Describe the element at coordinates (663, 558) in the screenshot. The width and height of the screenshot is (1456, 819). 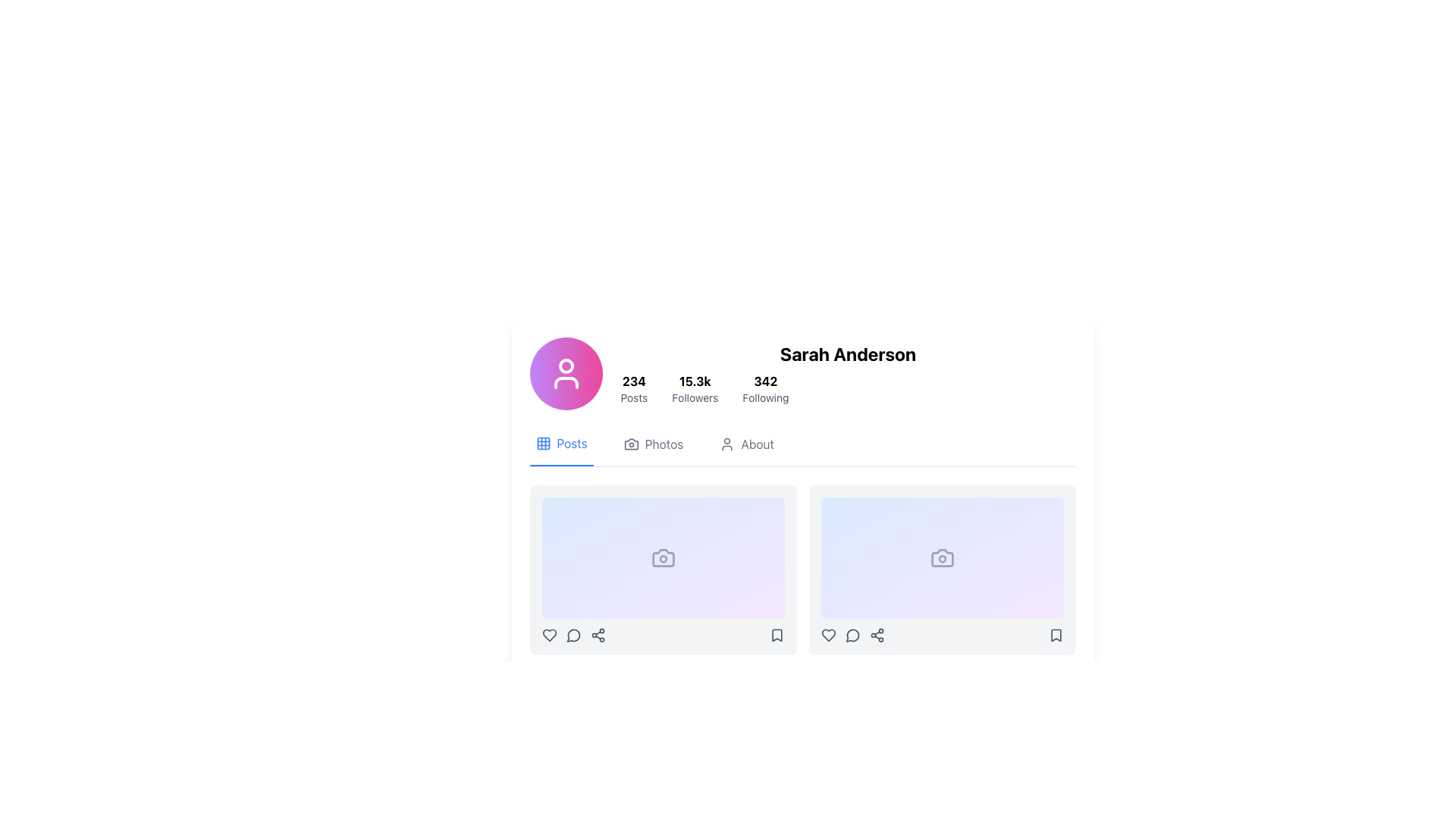
I see `the first Image Placeholder Card, which is a rectangular card with a rounded border and a gray camera icon at its center` at that location.